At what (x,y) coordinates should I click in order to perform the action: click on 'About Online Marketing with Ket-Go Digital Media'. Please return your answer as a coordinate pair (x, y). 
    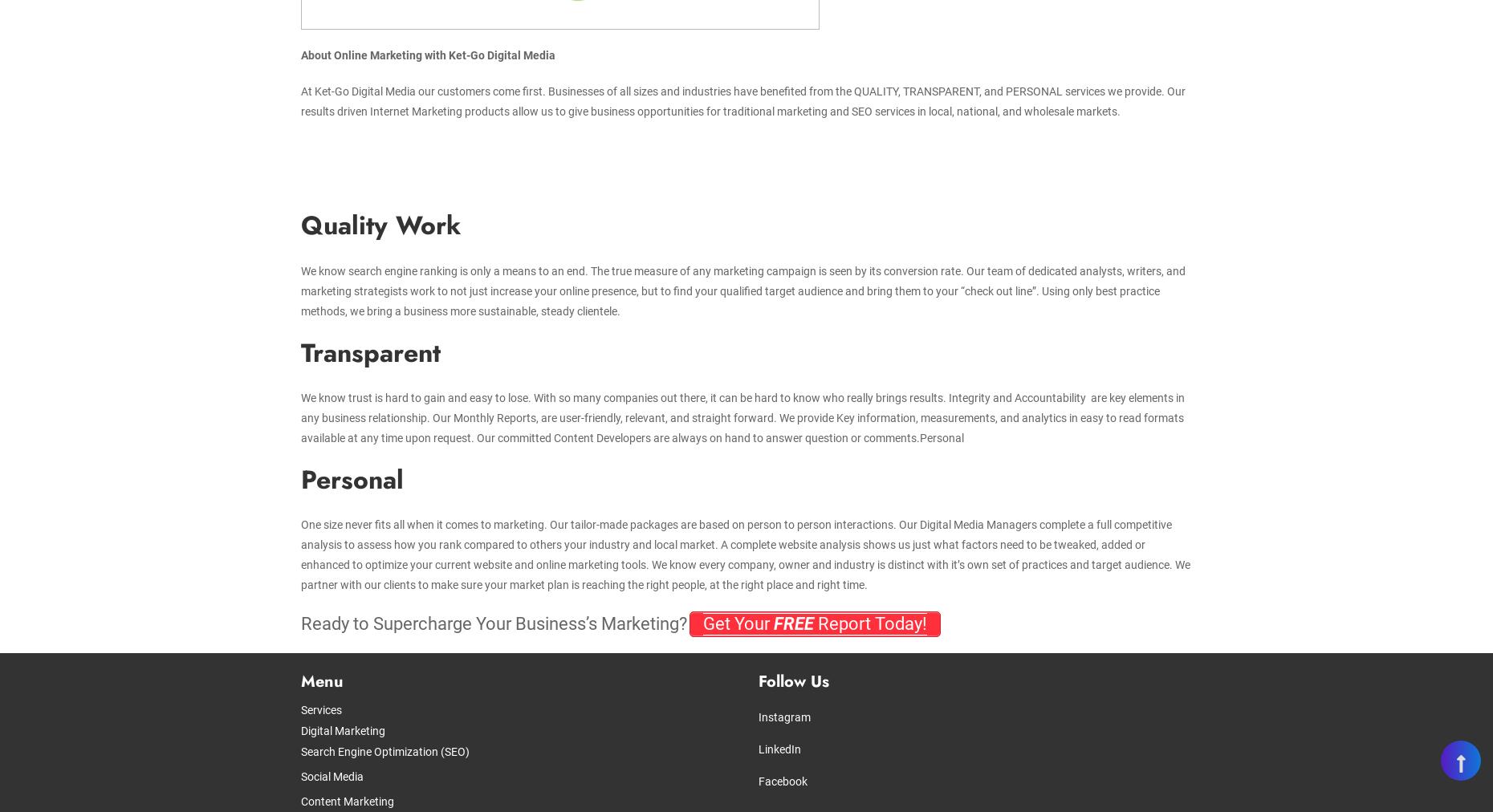
    Looking at the image, I should click on (428, 55).